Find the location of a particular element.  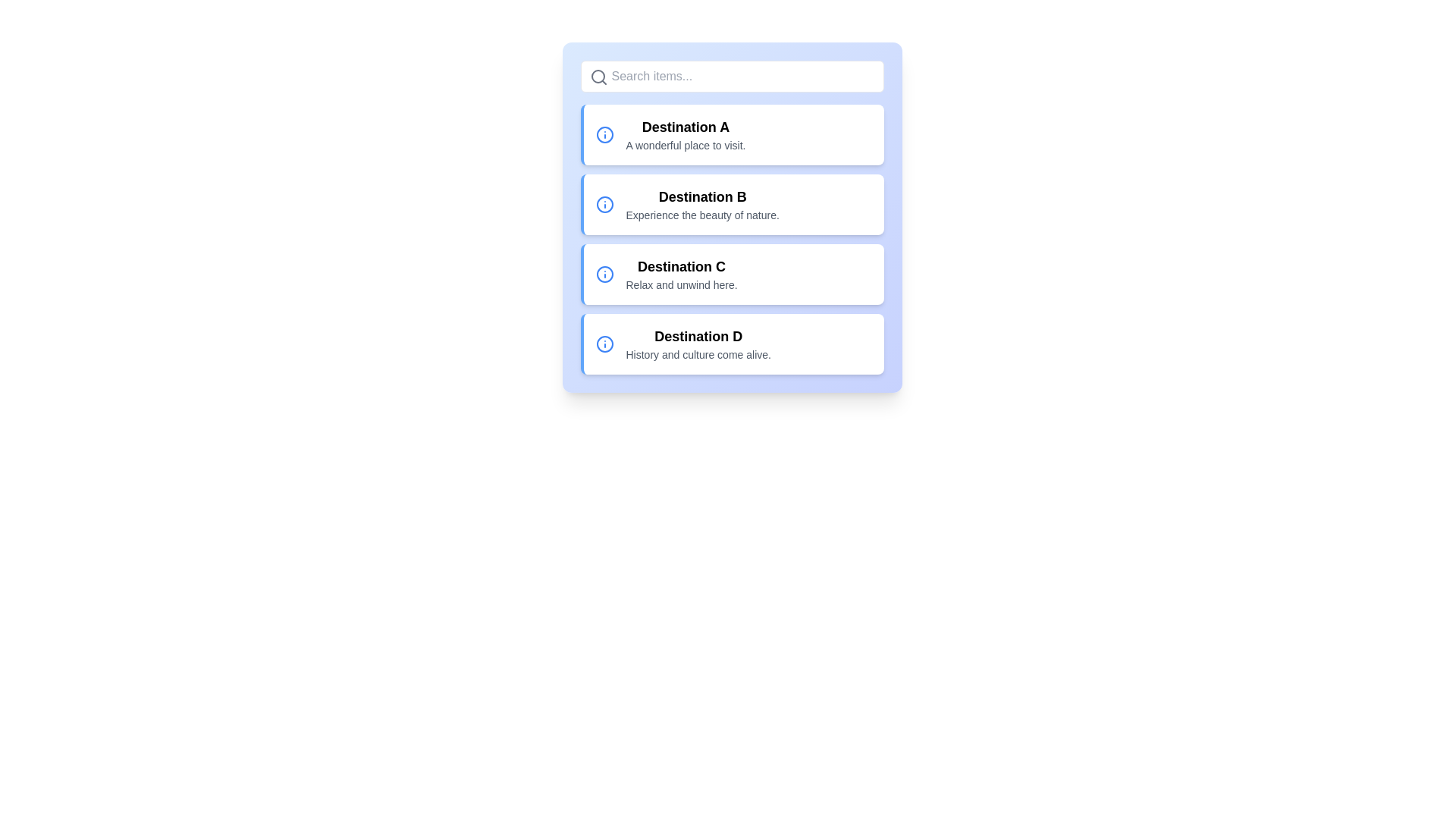

the descriptive card providing information about 'Destination B', which is the second card in a vertically arranged list of items is located at coordinates (701, 205).